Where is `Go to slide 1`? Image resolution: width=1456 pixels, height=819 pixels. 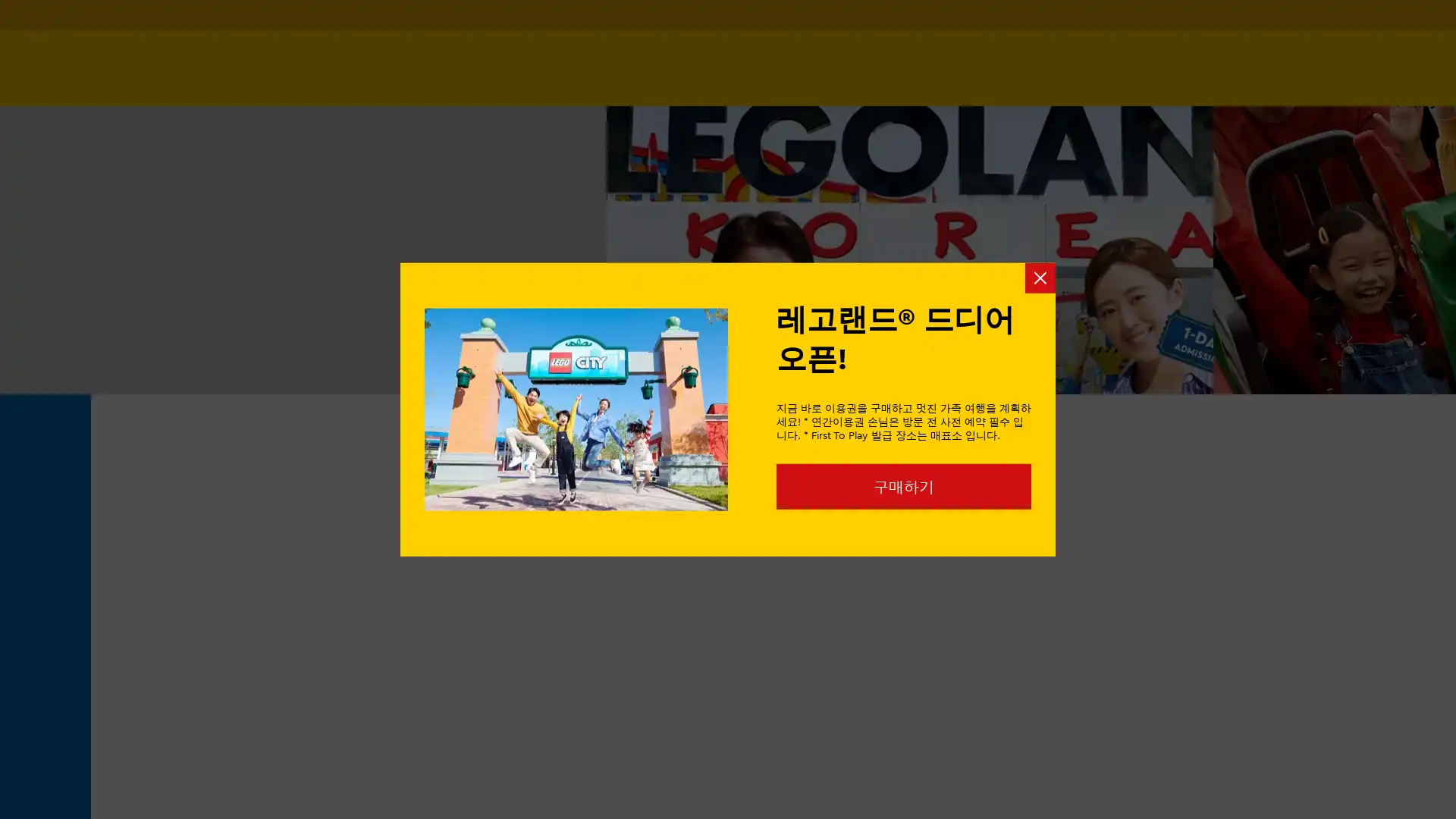 Go to slide 1 is located at coordinates (699, 587).